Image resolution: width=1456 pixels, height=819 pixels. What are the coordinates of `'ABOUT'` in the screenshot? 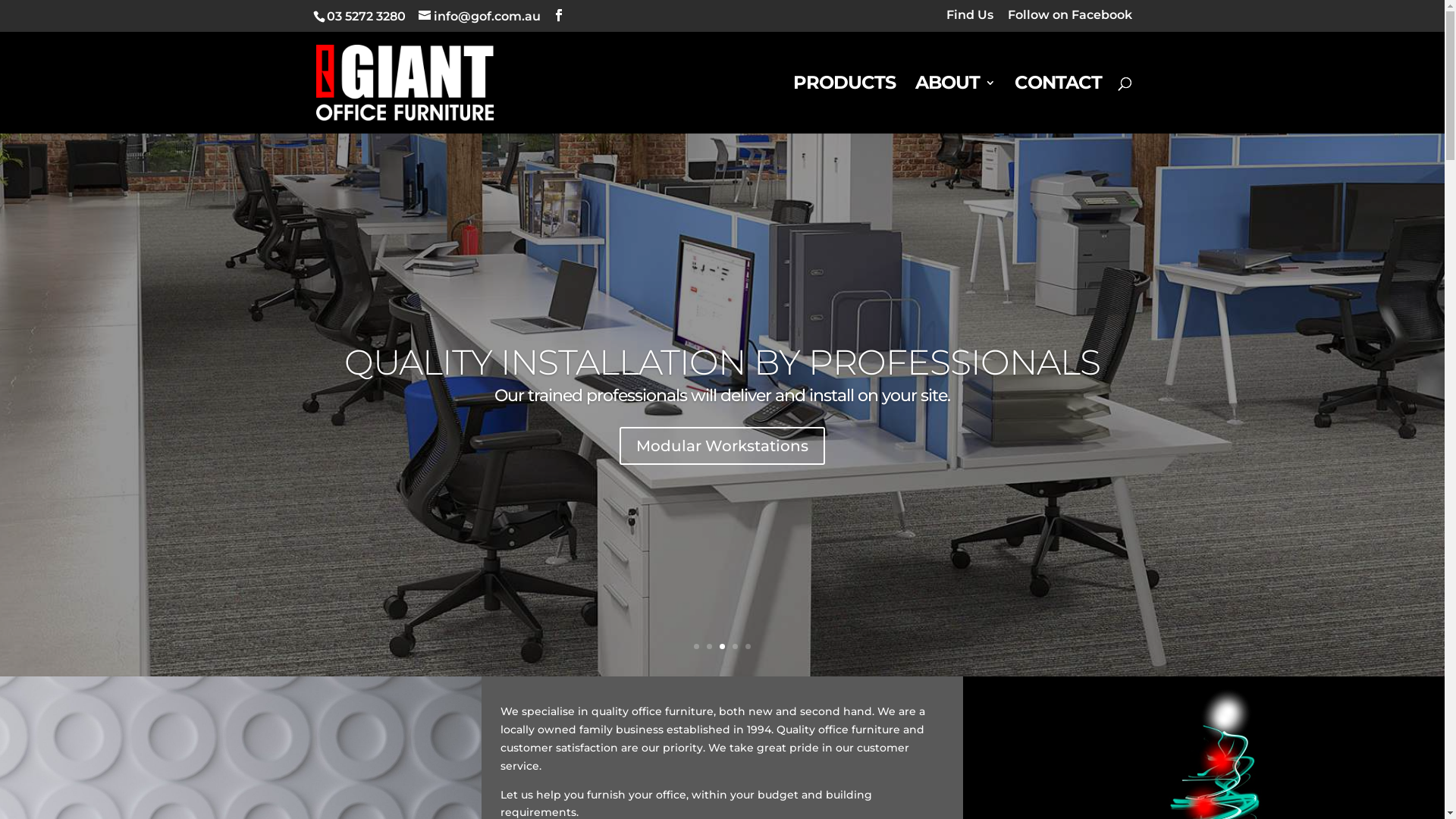 It's located at (953, 104).